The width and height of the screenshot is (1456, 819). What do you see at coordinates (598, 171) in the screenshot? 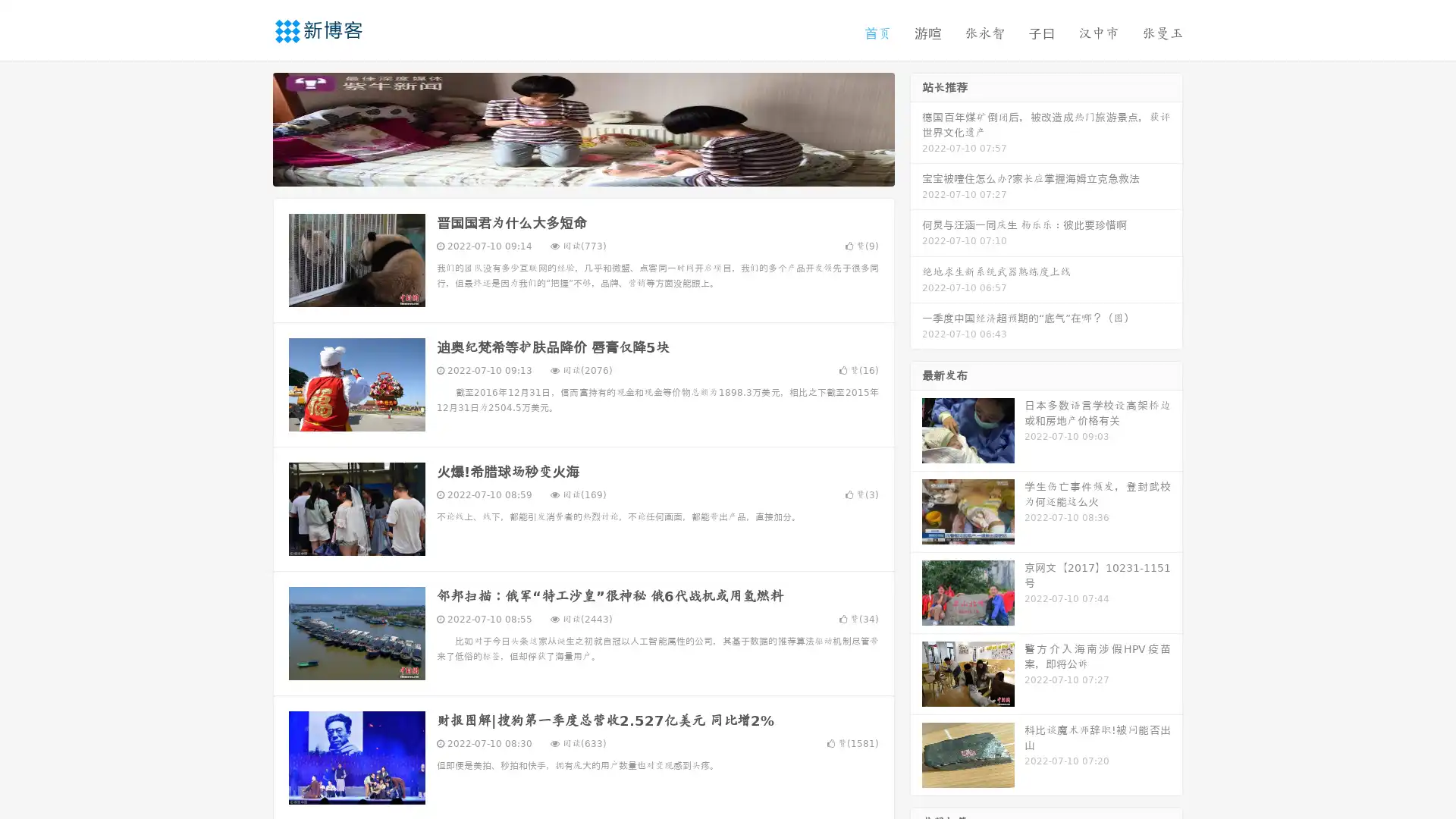
I see `Go to slide 3` at bounding box center [598, 171].